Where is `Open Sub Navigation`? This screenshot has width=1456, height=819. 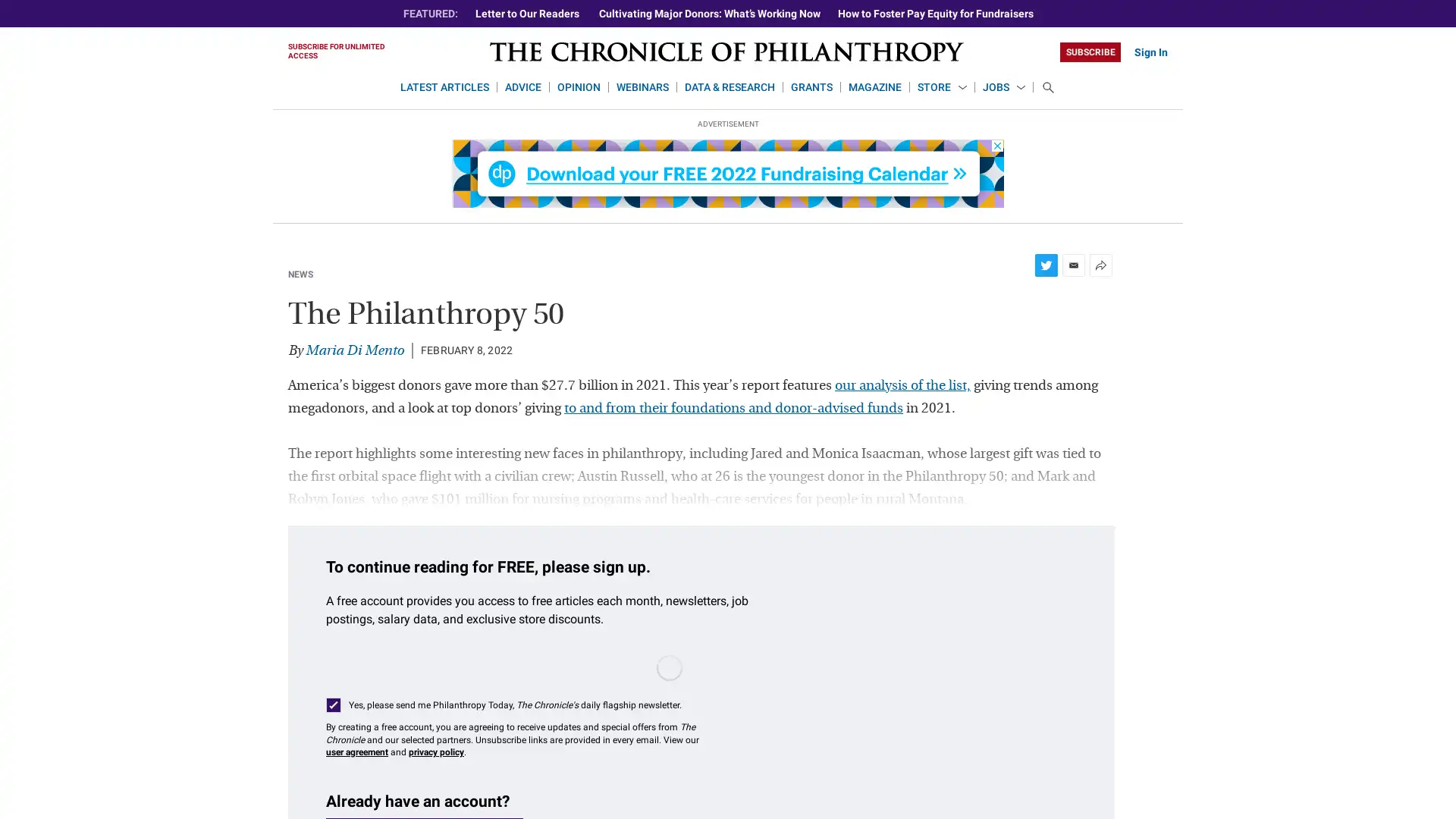 Open Sub Navigation is located at coordinates (961, 88).